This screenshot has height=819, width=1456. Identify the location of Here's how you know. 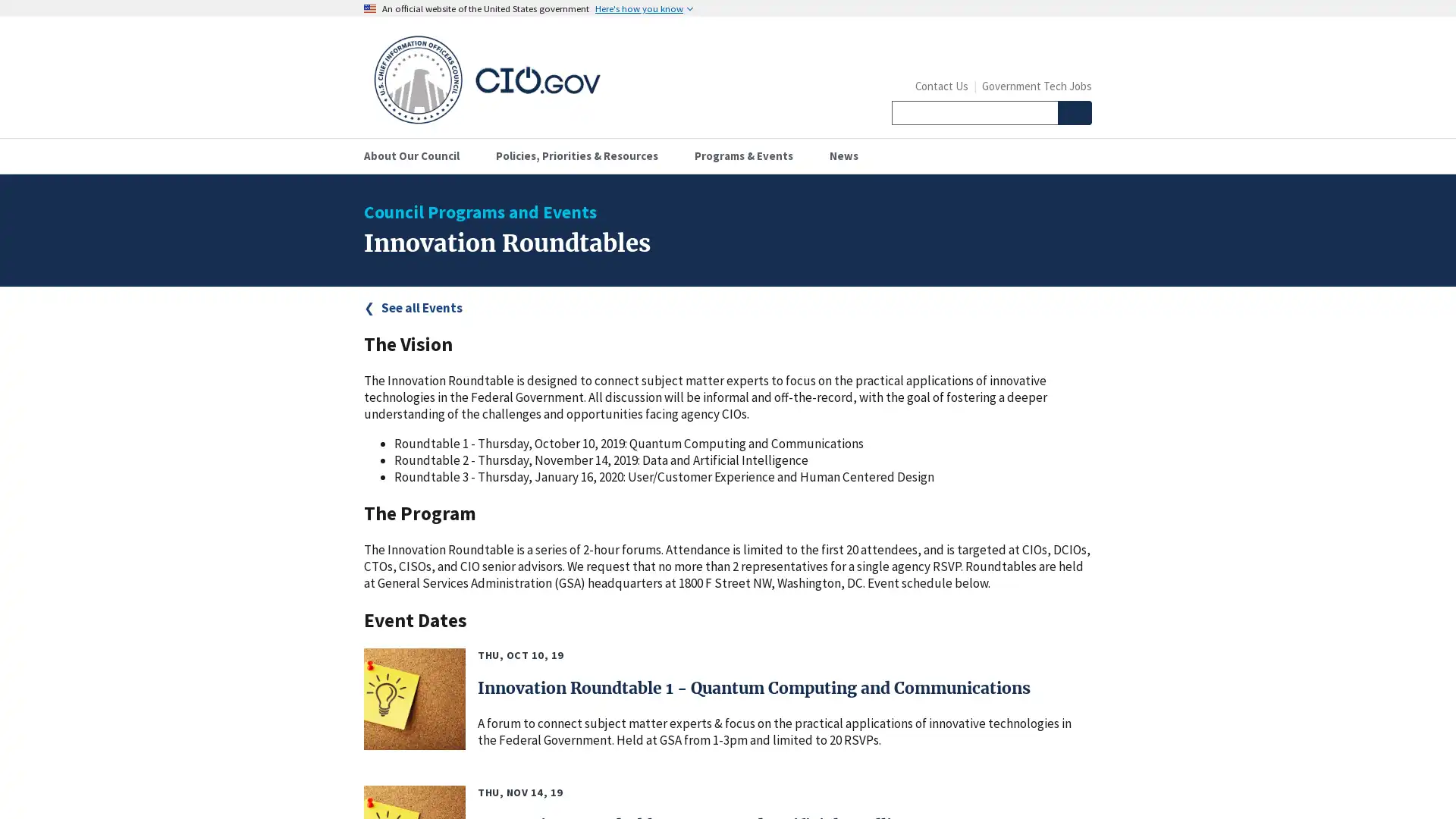
(644, 8).